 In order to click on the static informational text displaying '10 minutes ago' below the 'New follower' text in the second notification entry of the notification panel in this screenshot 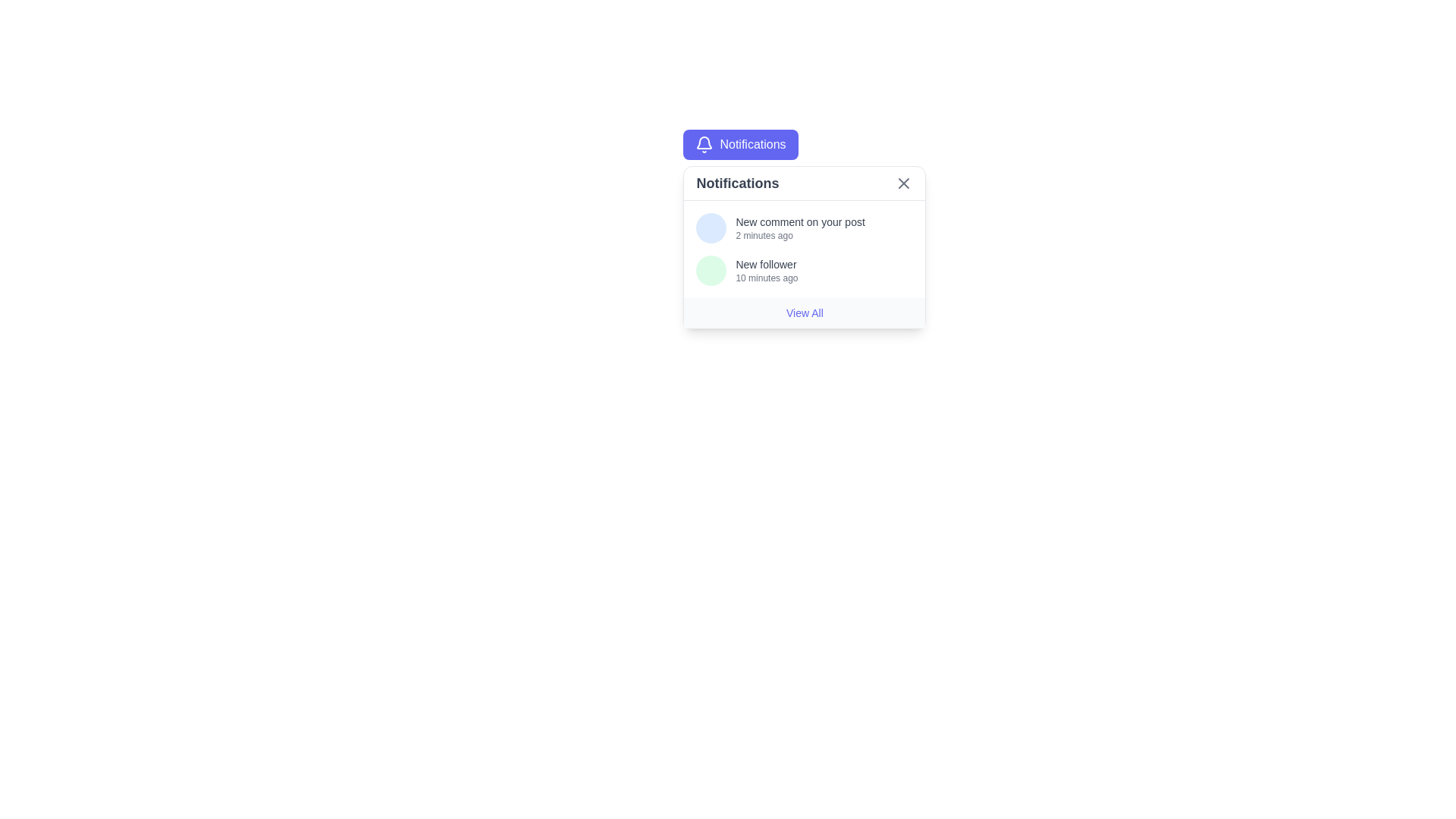, I will do `click(767, 278)`.